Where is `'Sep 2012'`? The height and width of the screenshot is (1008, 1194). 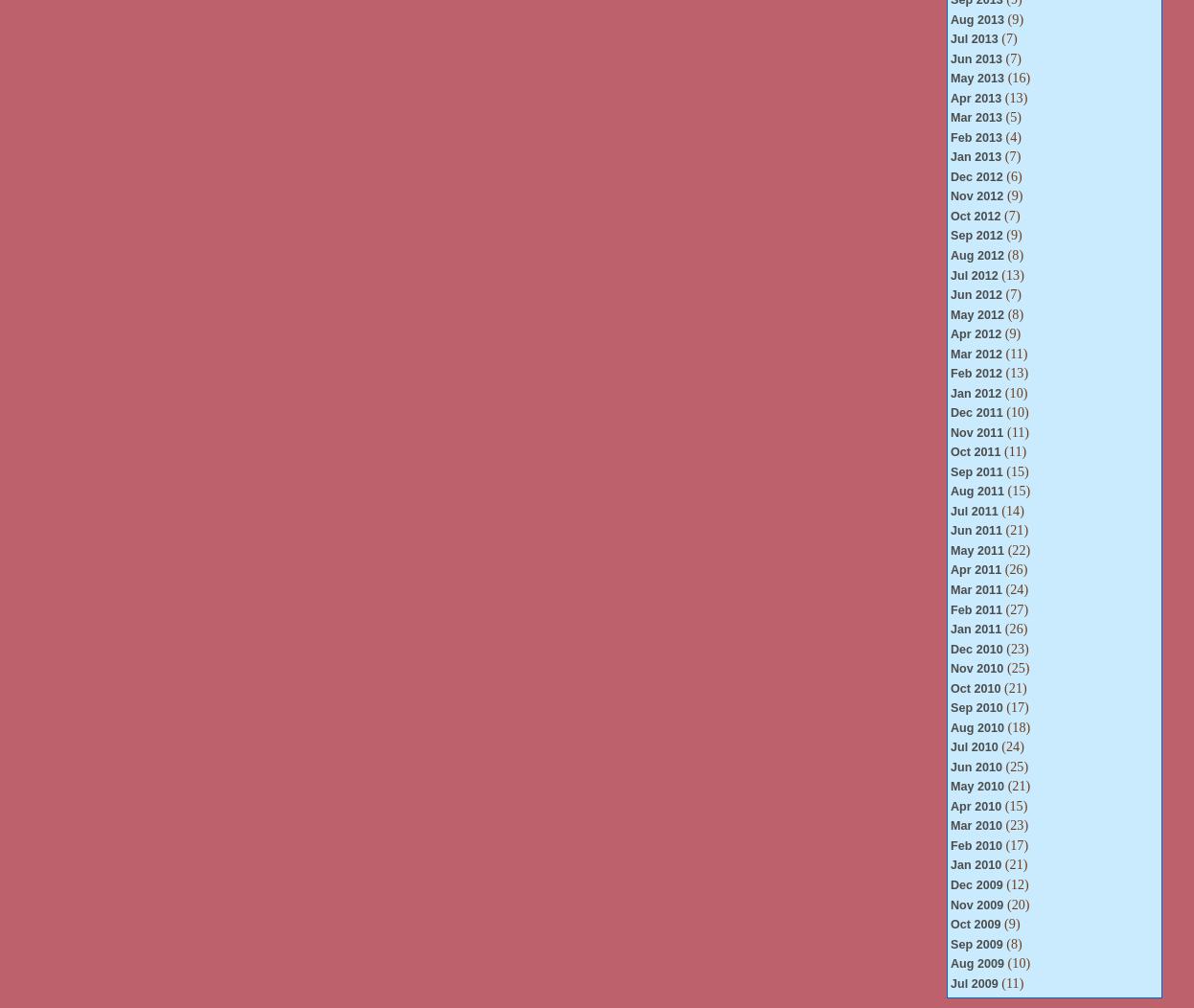
'Sep 2012' is located at coordinates (975, 234).